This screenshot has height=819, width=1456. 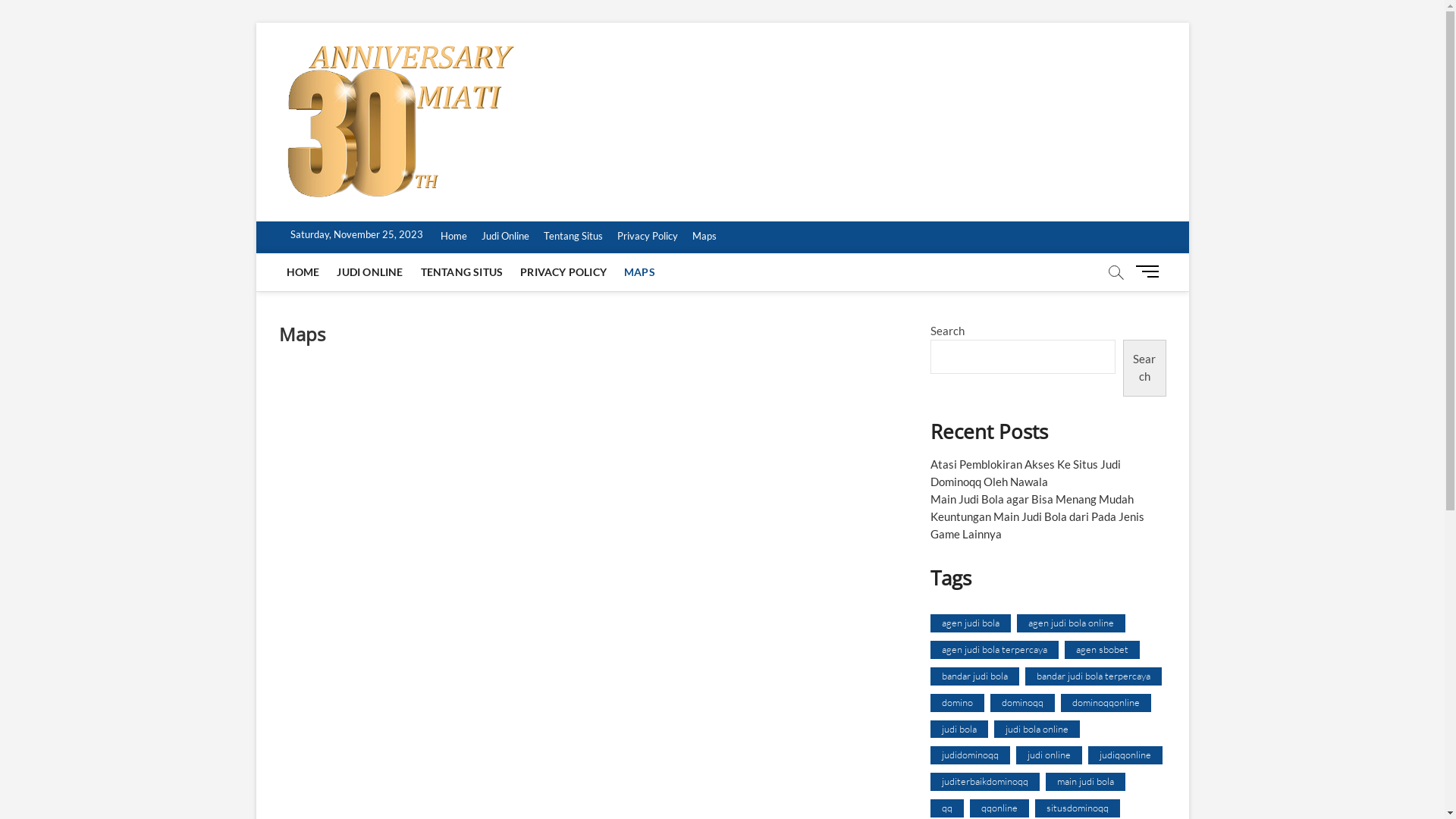 What do you see at coordinates (993, 648) in the screenshot?
I see `'agen judi bola terpercaya'` at bounding box center [993, 648].